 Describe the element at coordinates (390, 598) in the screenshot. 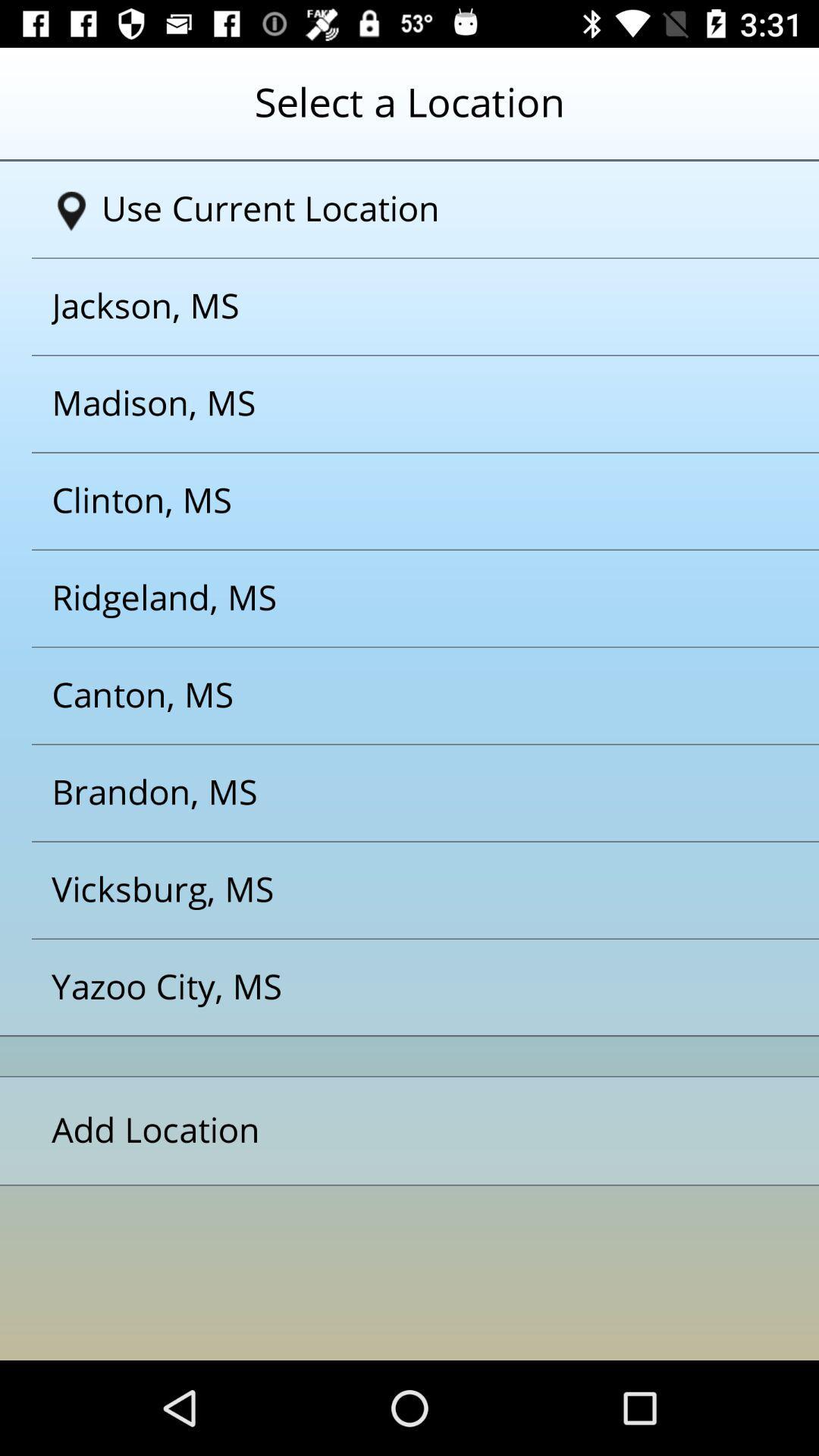

I see `the fourth option under use current location` at that location.